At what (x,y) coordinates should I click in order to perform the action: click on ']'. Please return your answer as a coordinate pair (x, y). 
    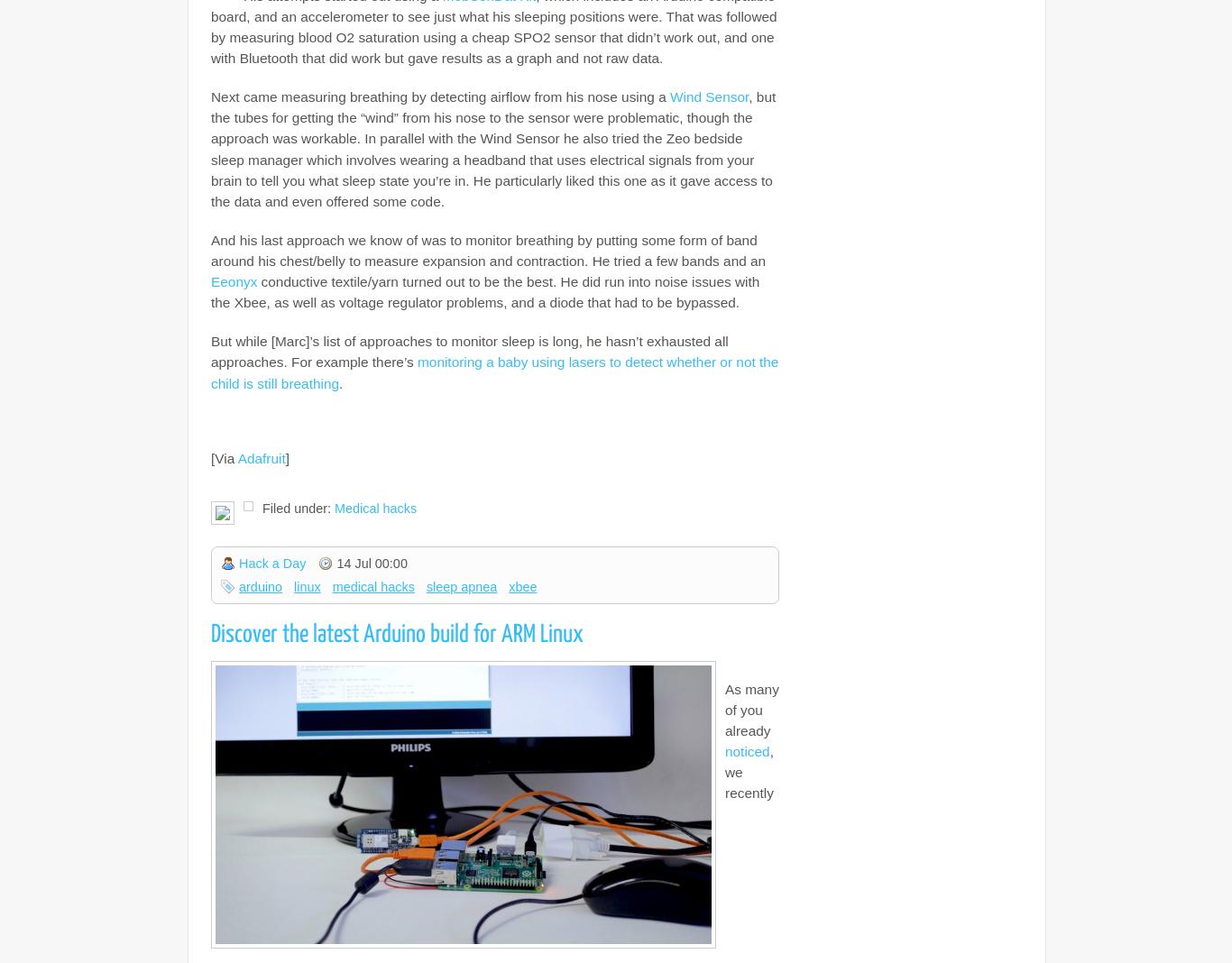
    Looking at the image, I should click on (287, 457).